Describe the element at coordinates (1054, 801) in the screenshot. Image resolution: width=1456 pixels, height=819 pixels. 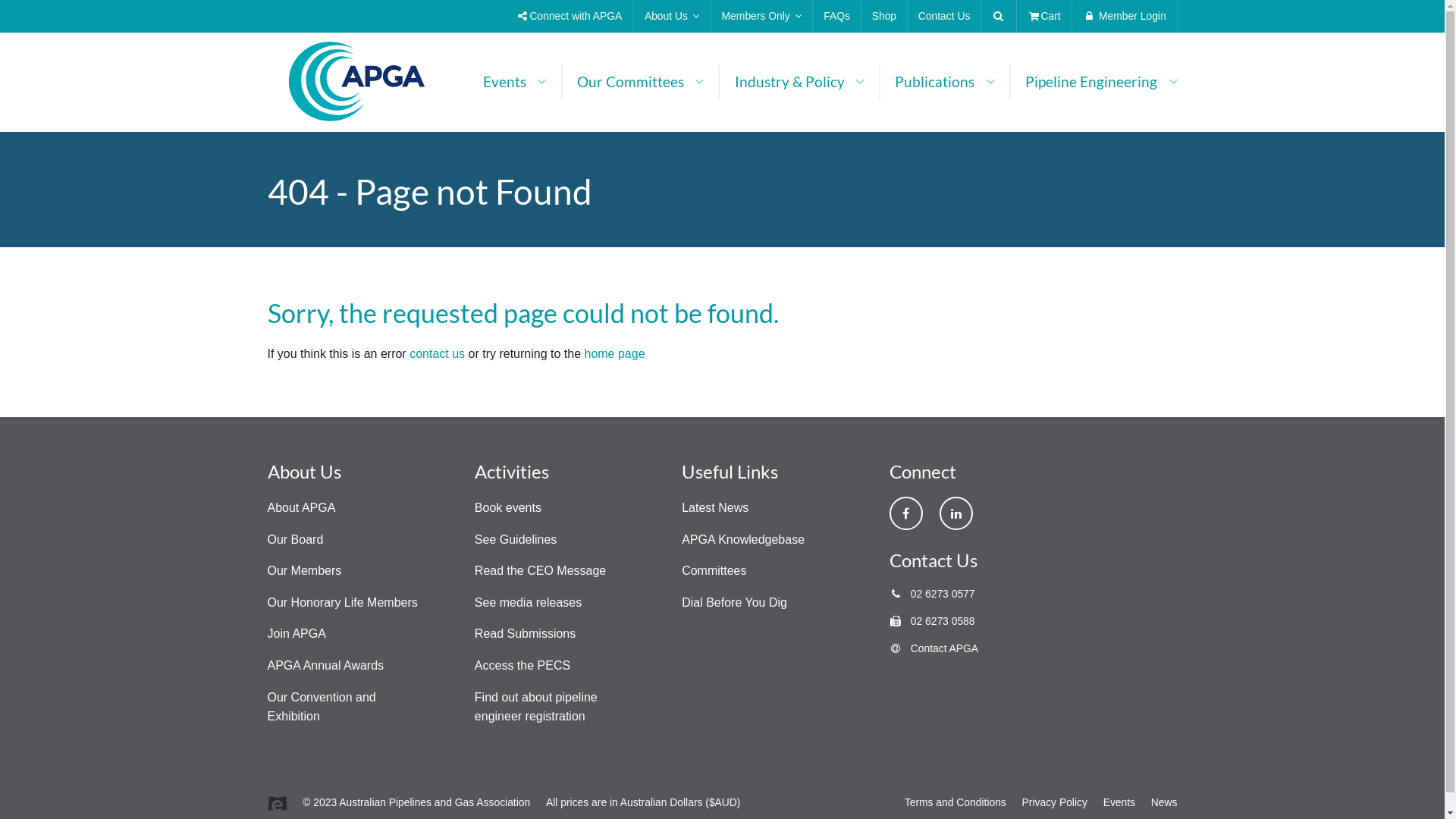
I see `'Privacy Policy'` at that location.